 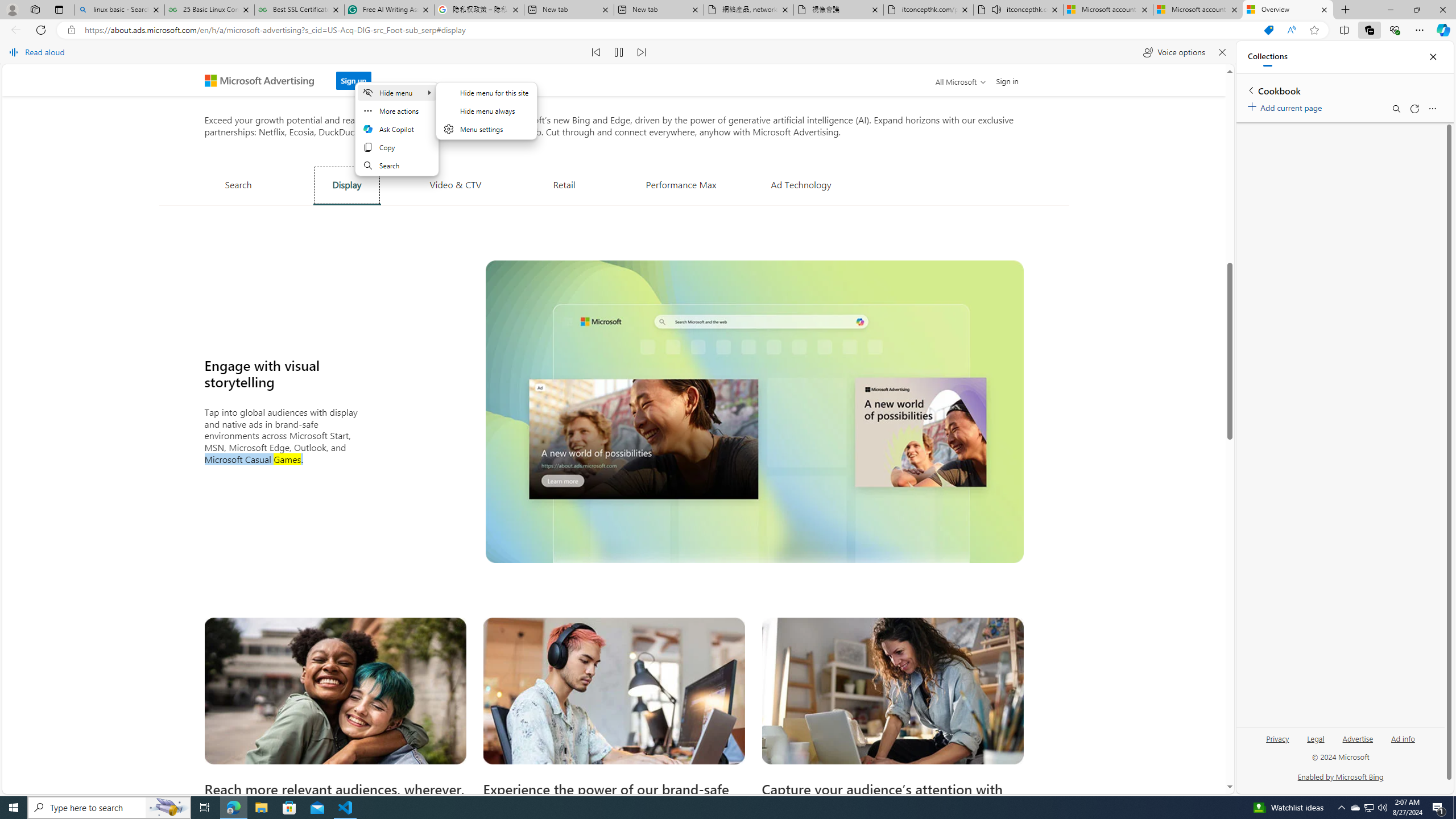 What do you see at coordinates (996, 9) in the screenshot?
I see `'Mute tab'` at bounding box center [996, 9].